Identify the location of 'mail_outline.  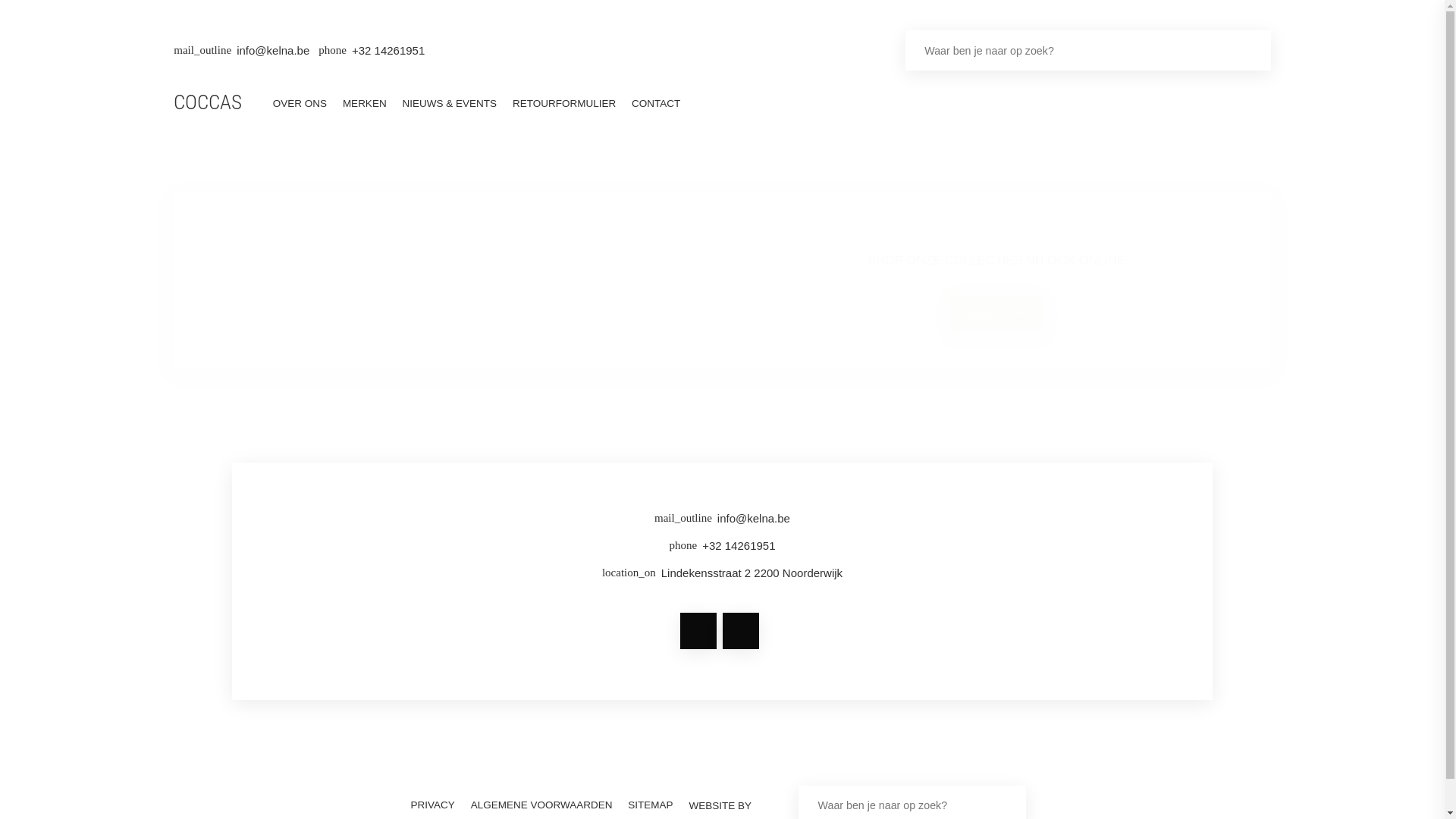
(277, 520).